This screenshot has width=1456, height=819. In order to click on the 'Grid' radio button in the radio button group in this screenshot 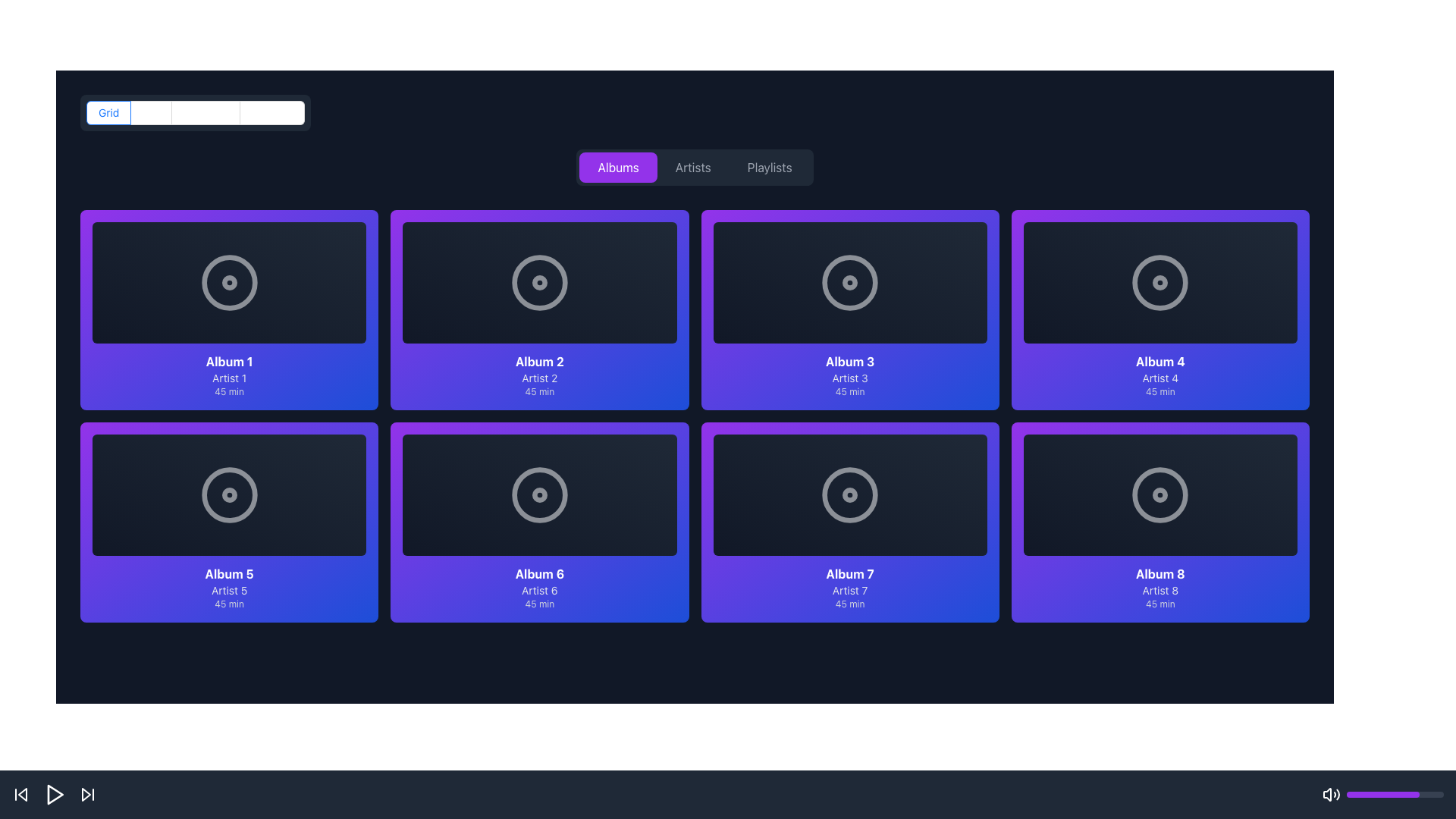, I will do `click(194, 112)`.